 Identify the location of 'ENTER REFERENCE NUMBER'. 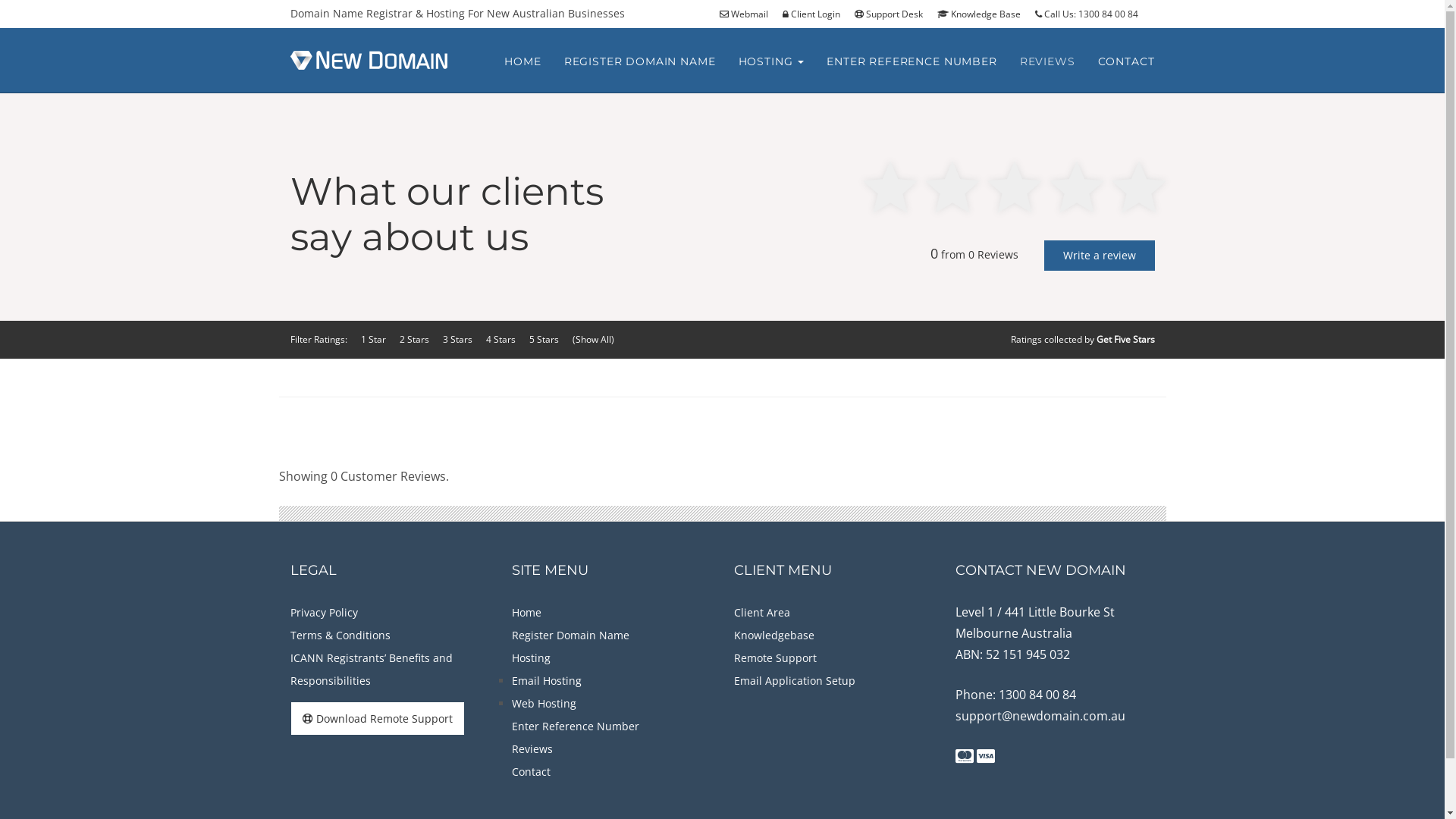
(910, 61).